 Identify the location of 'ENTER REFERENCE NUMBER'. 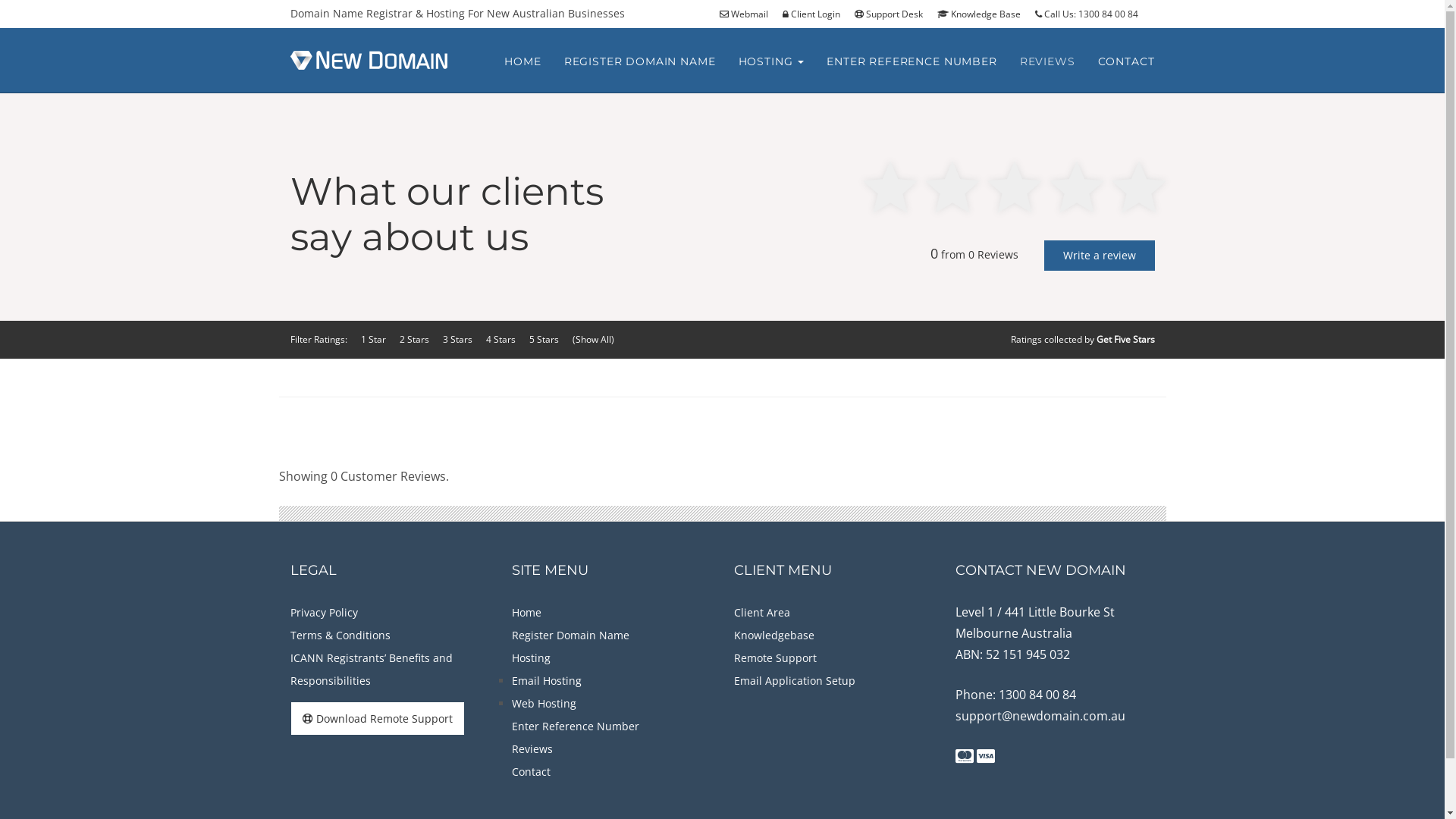
(910, 61).